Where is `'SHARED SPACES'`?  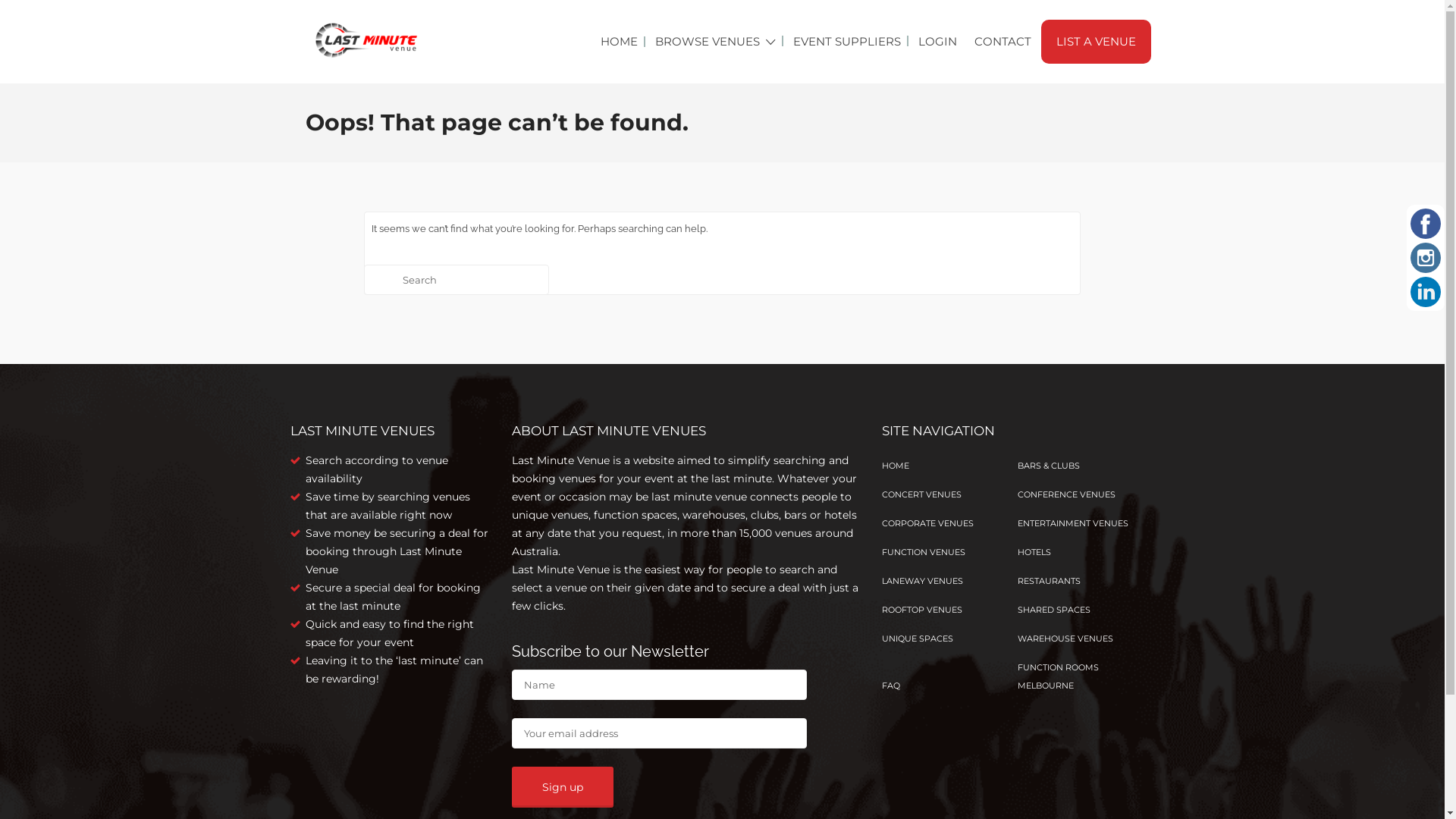
'SHARED SPACES' is located at coordinates (1053, 608).